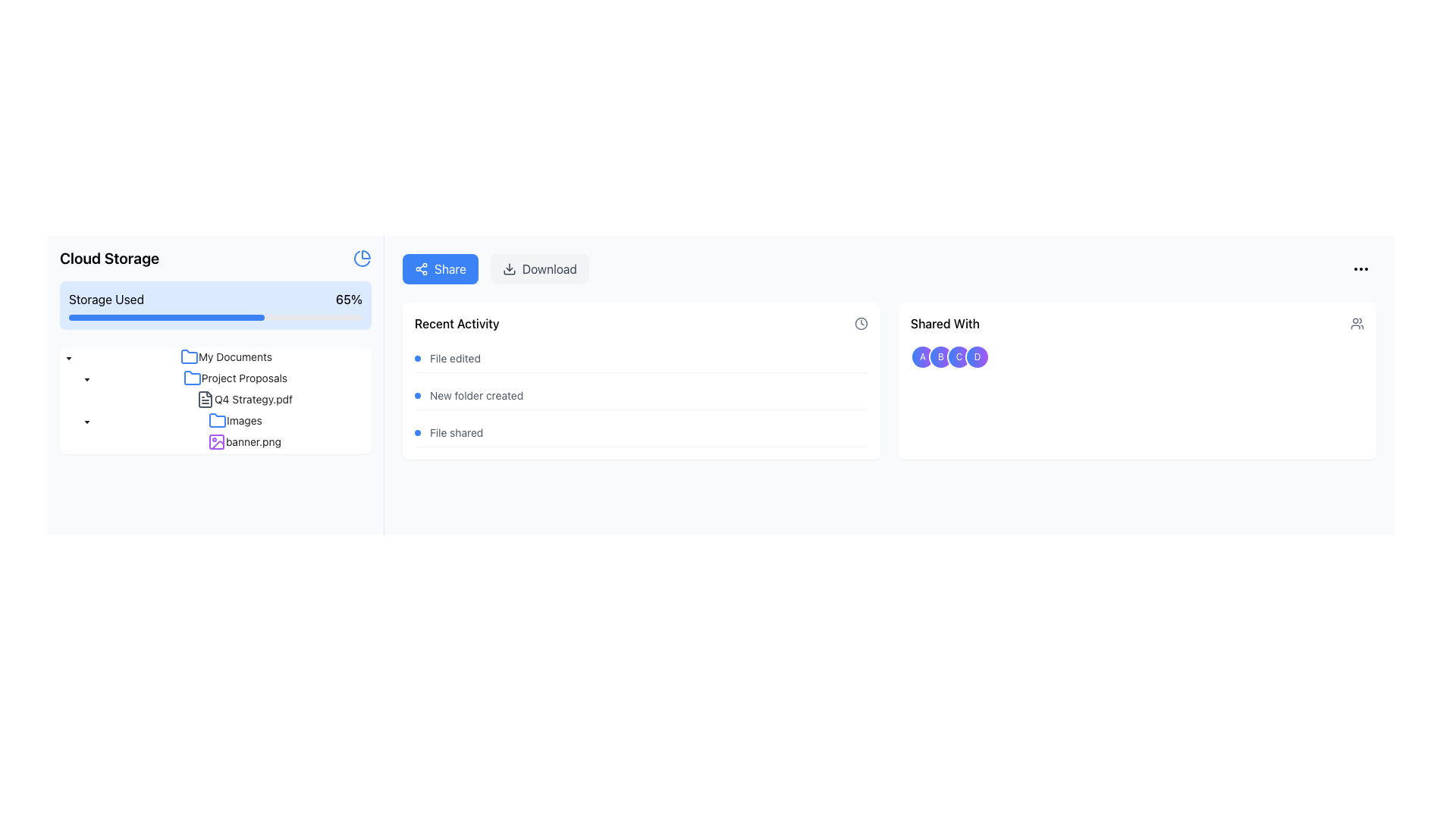  Describe the element at coordinates (225, 356) in the screenshot. I see `the tree view item representing the first folder in the 'Cloud Storage' section` at that location.